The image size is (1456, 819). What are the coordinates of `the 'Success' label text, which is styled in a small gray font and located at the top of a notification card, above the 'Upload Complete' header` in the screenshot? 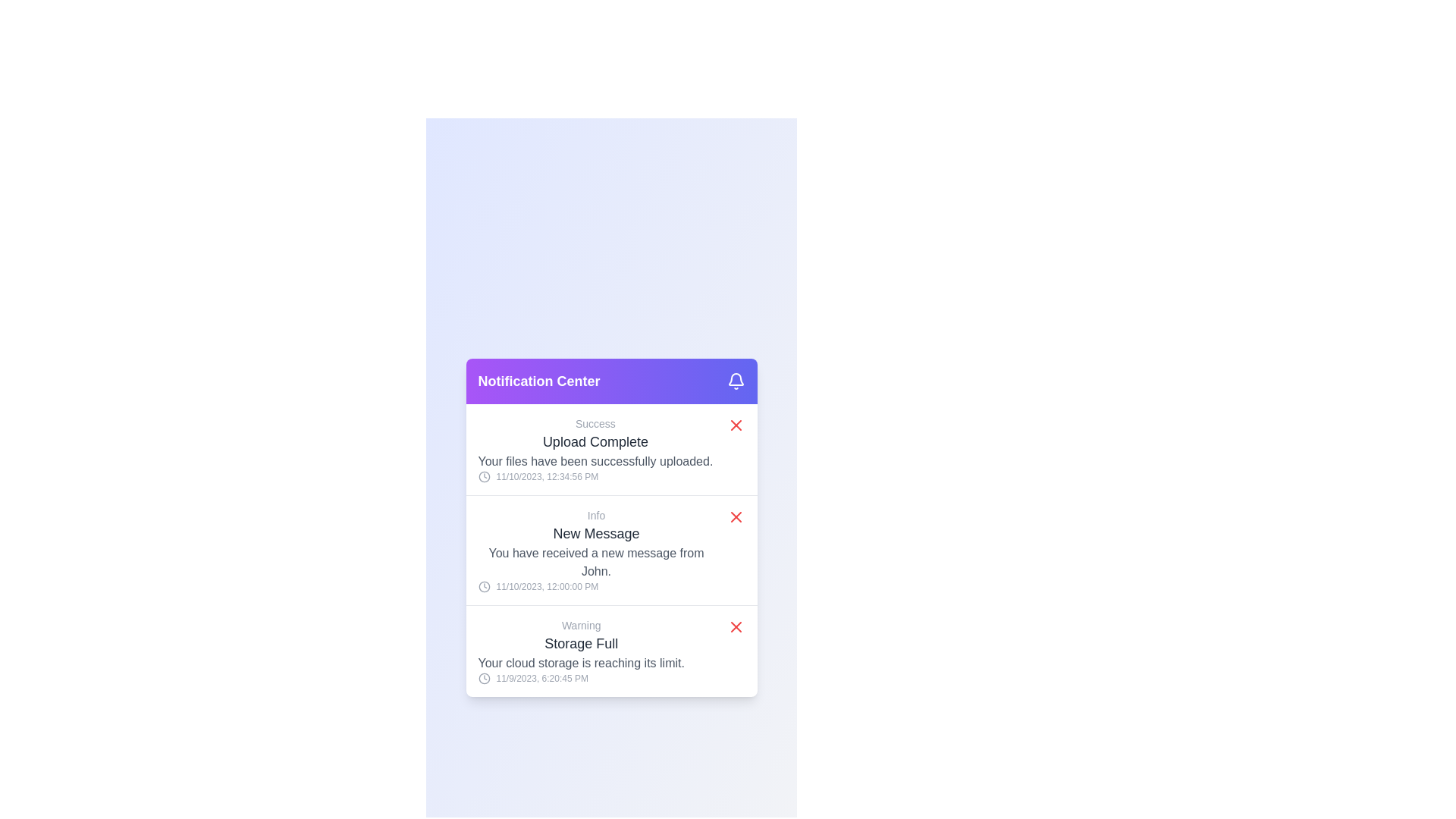 It's located at (595, 424).